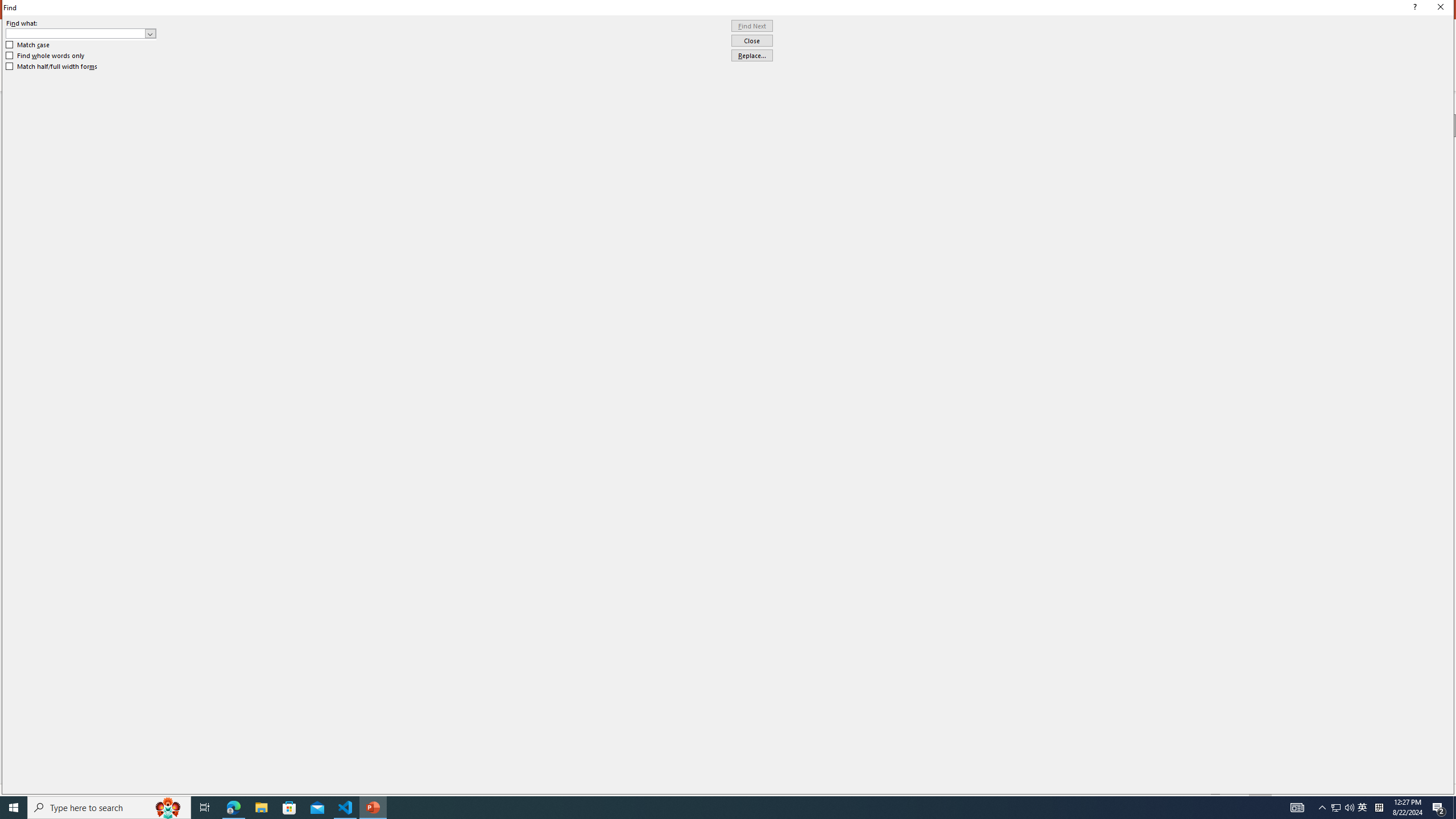 Image resolution: width=1456 pixels, height=819 pixels. What do you see at coordinates (751, 26) in the screenshot?
I see `'Find Next'` at bounding box center [751, 26].